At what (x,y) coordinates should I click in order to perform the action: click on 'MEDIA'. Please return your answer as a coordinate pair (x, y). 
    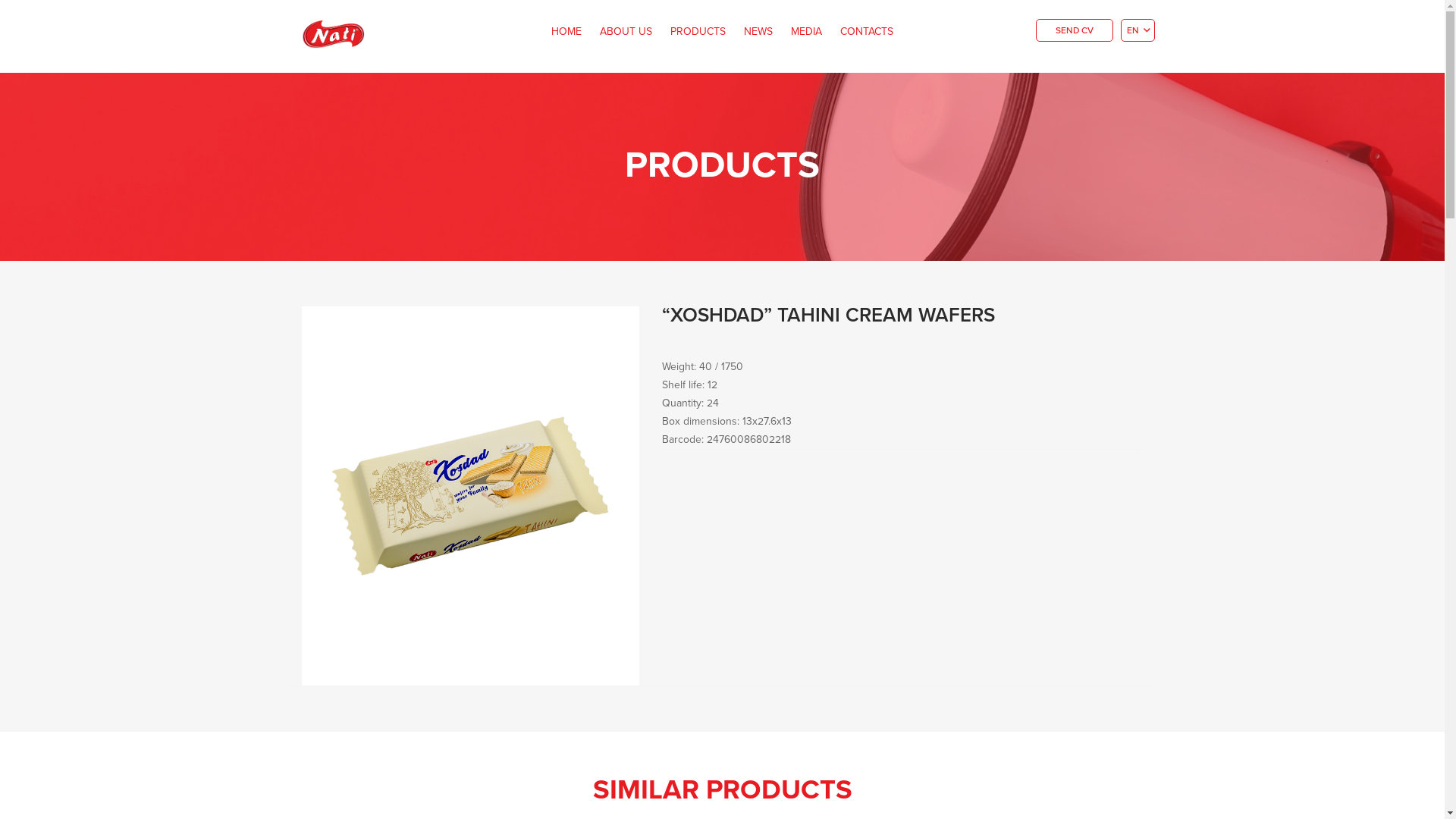
    Looking at the image, I should click on (783, 32).